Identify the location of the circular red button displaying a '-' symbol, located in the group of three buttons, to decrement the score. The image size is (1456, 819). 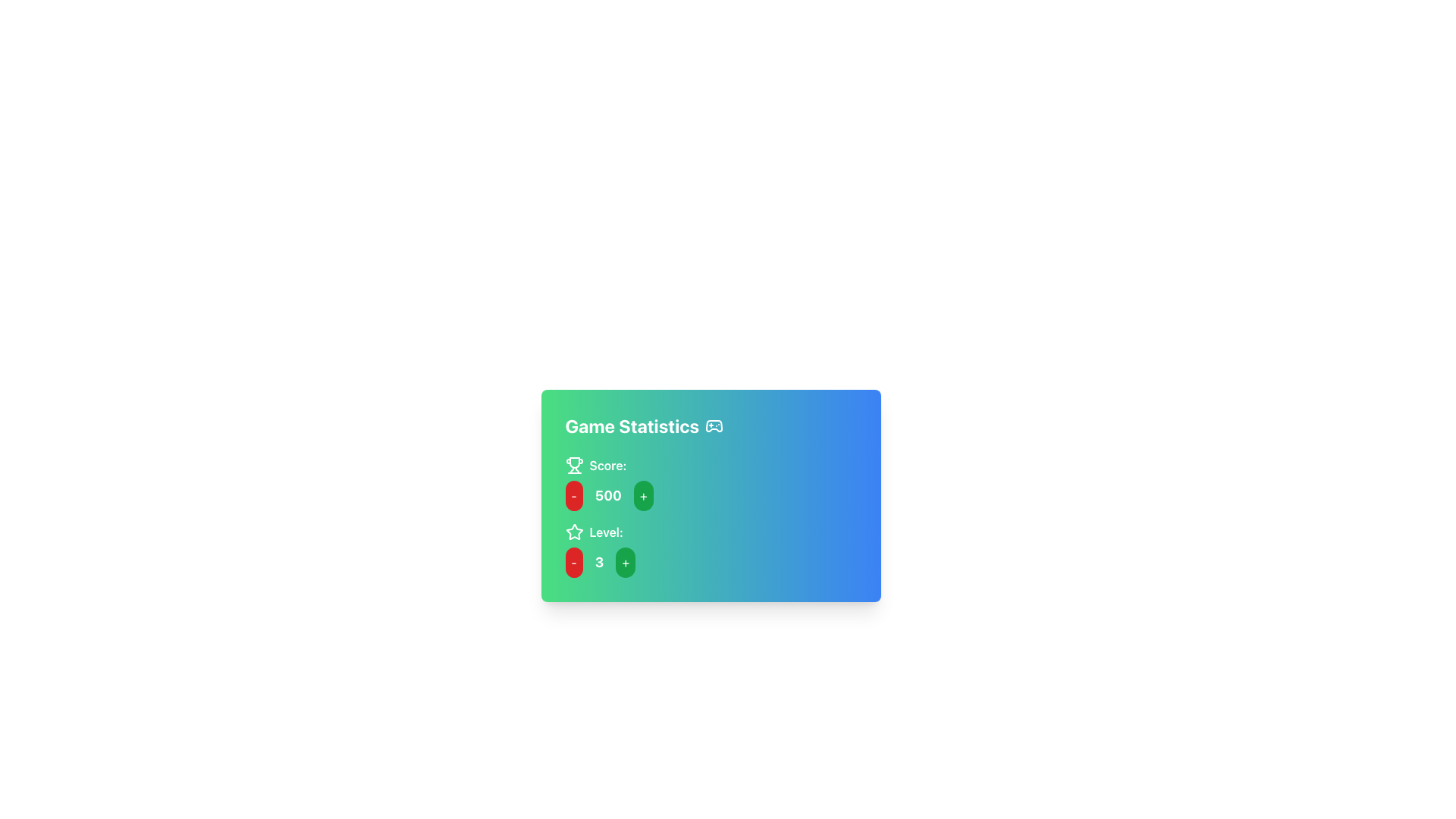
(573, 496).